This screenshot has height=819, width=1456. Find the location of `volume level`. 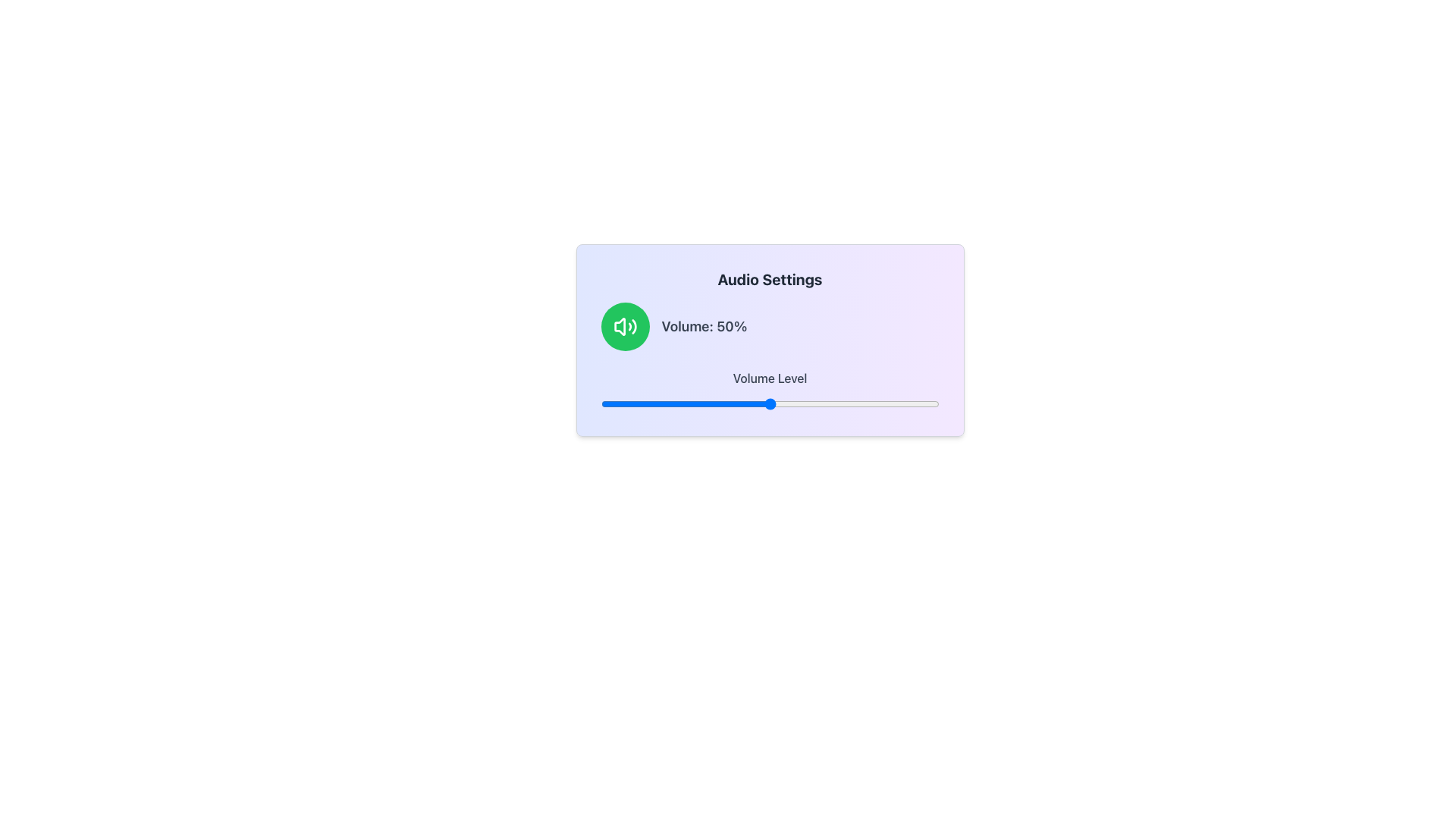

volume level is located at coordinates (678, 403).